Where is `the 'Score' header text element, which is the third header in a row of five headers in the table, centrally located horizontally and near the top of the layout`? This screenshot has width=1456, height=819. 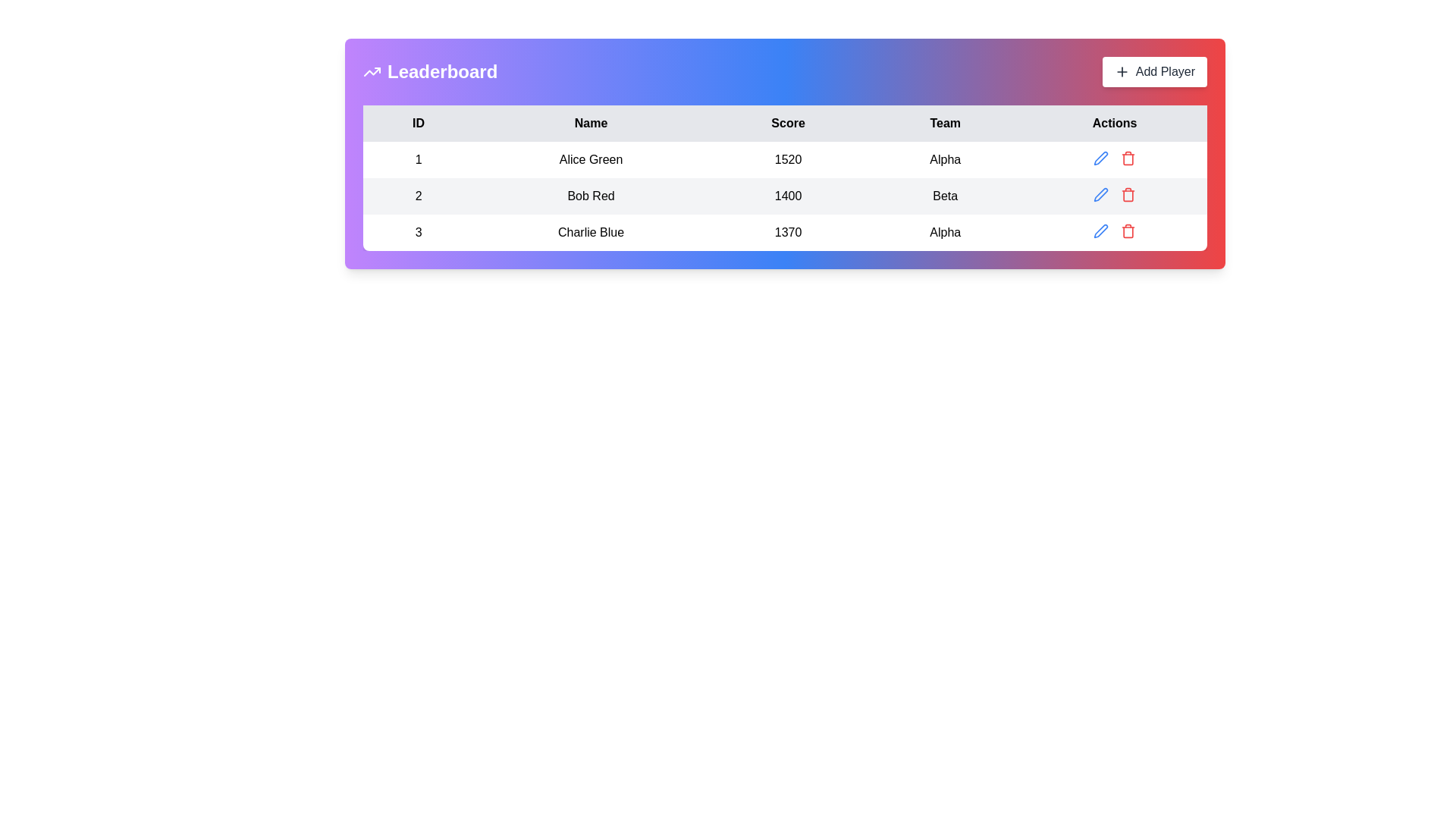 the 'Score' header text element, which is the third header in a row of five headers in the table, centrally located horizontally and near the top of the layout is located at coordinates (788, 122).